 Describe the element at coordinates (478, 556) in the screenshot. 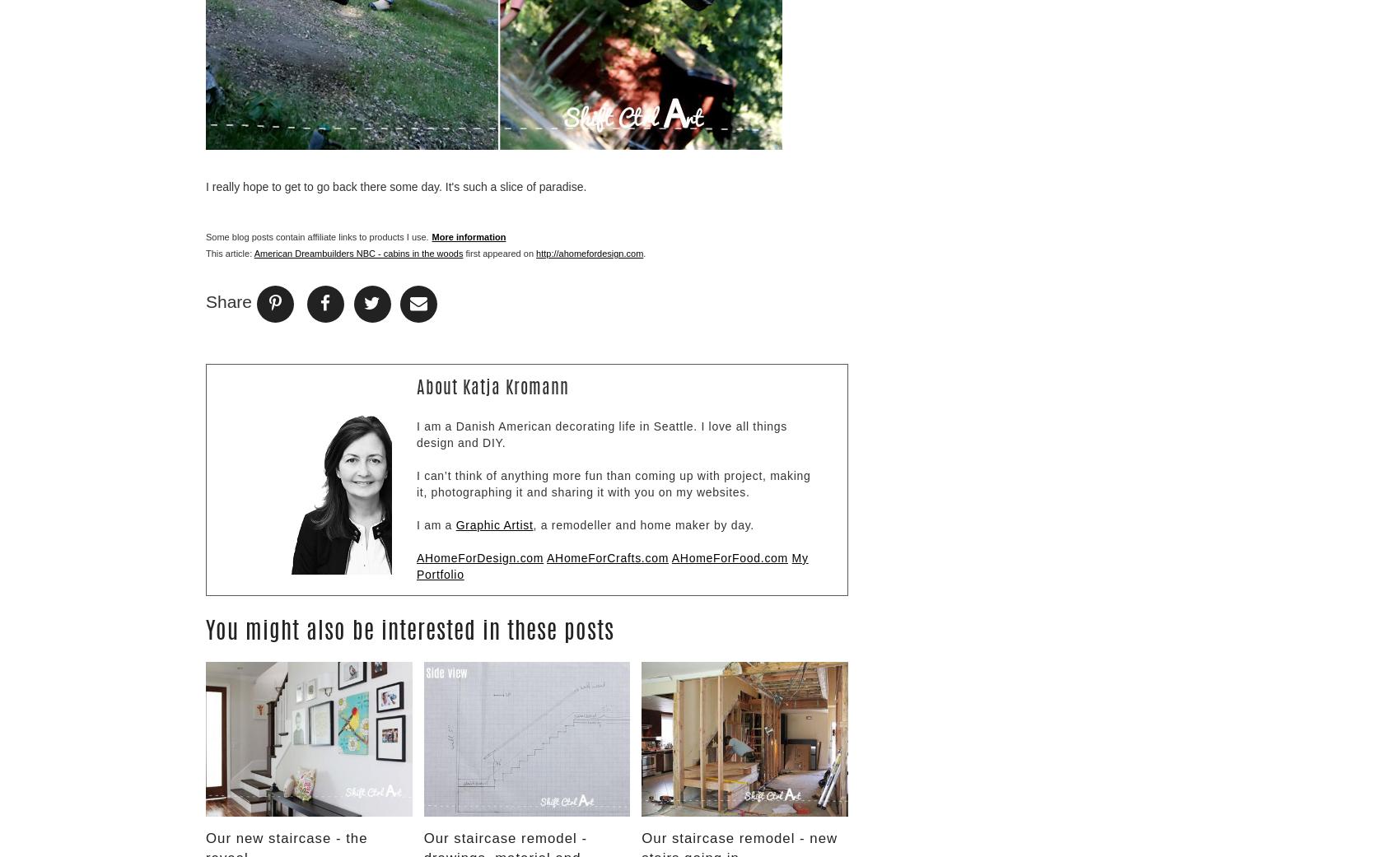

I see `'AHomeForDesign.com'` at that location.